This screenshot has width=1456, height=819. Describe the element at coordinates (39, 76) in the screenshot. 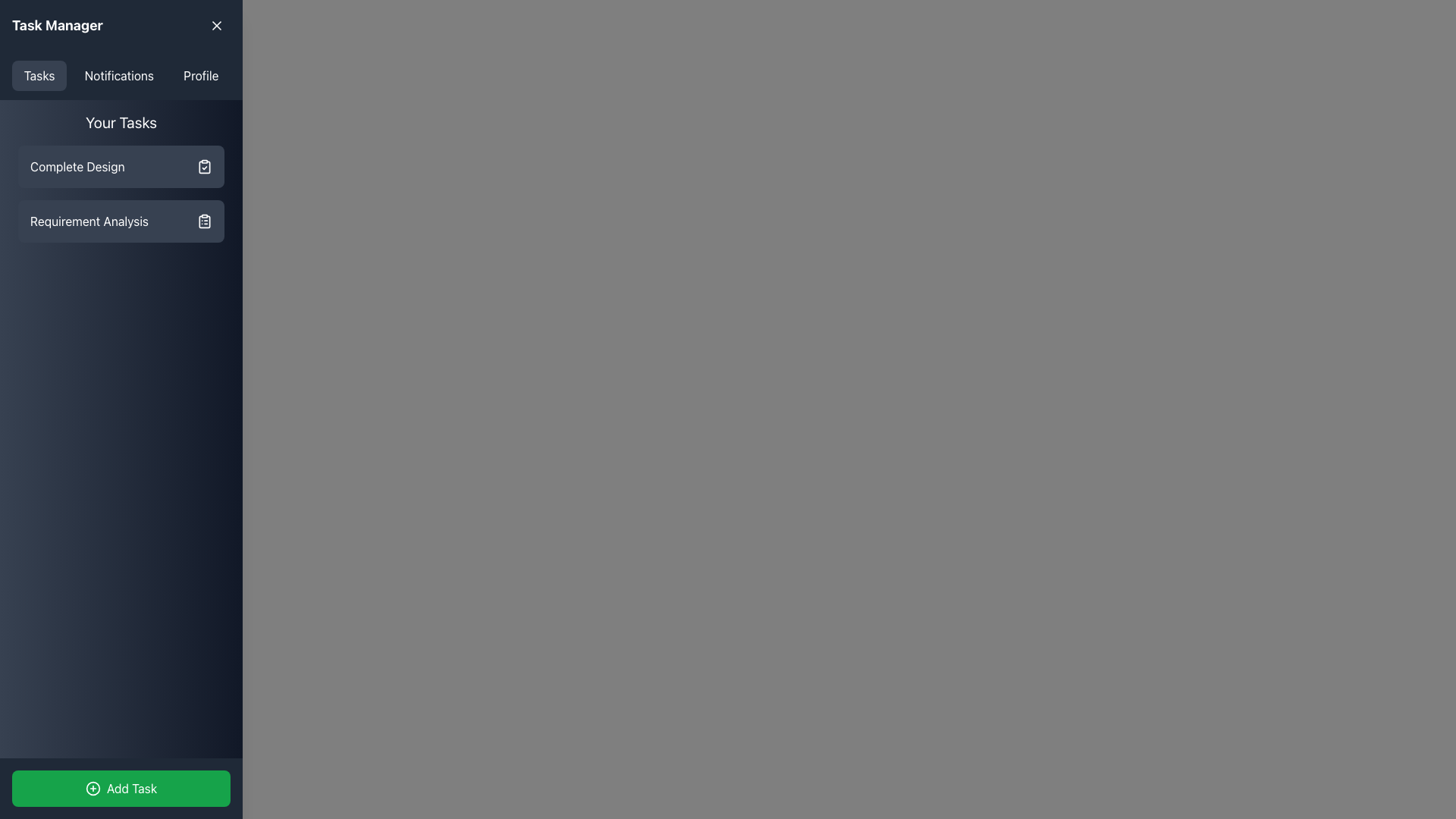

I see `the leftmost button in the row` at that location.